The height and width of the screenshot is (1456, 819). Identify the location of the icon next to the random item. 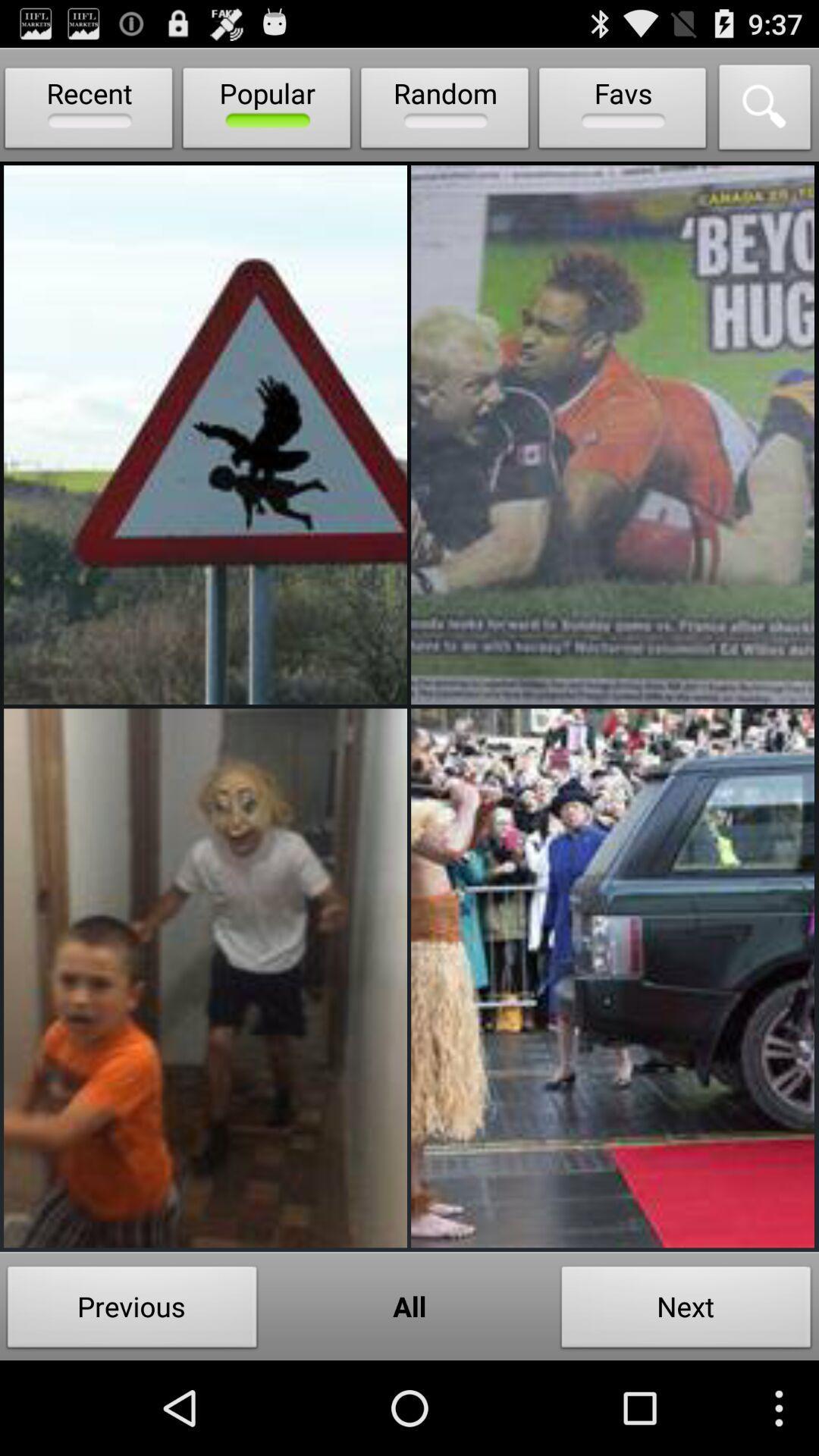
(623, 111).